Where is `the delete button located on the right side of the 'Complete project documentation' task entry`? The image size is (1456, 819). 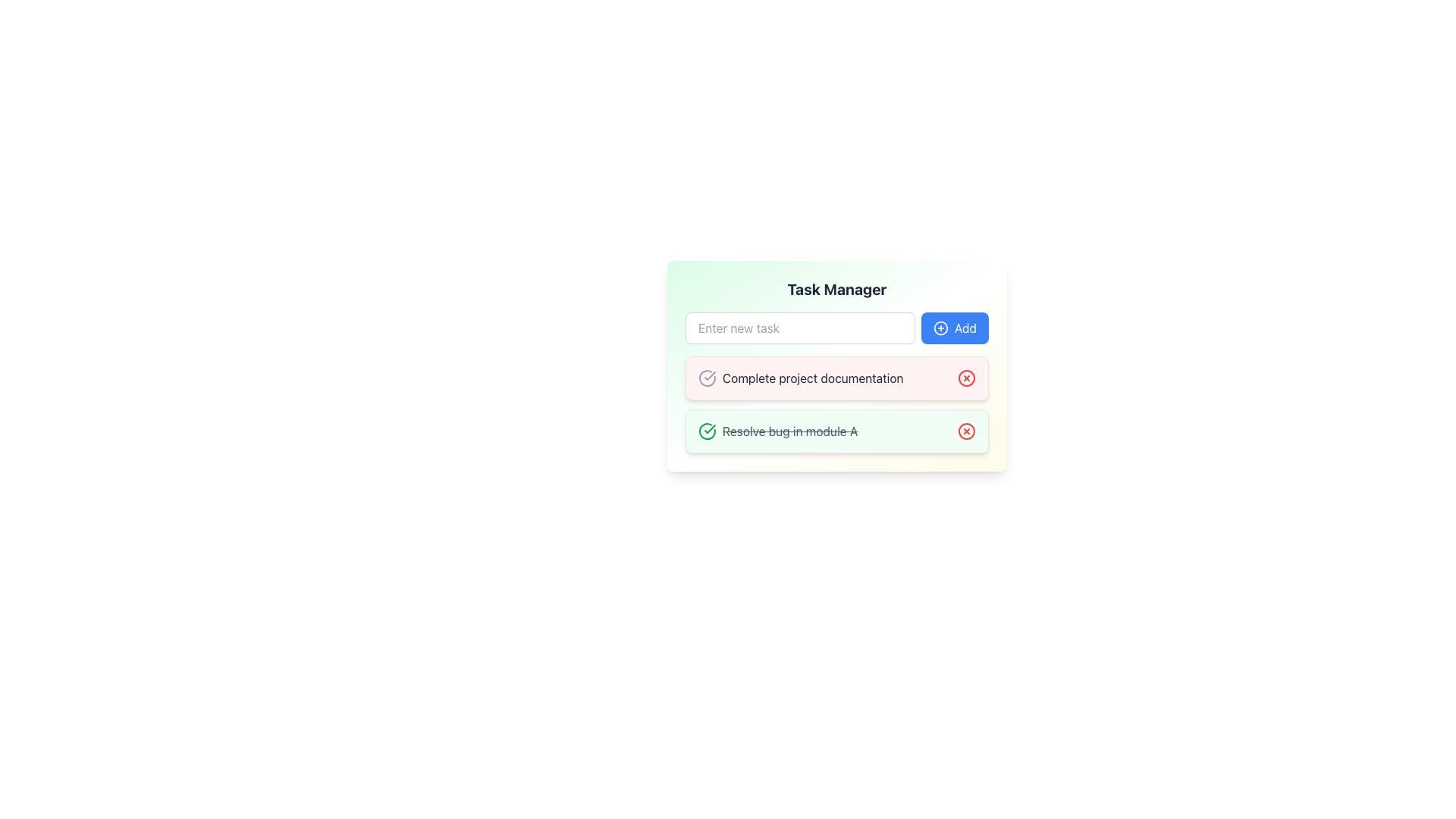 the delete button located on the right side of the 'Complete project documentation' task entry is located at coordinates (966, 377).